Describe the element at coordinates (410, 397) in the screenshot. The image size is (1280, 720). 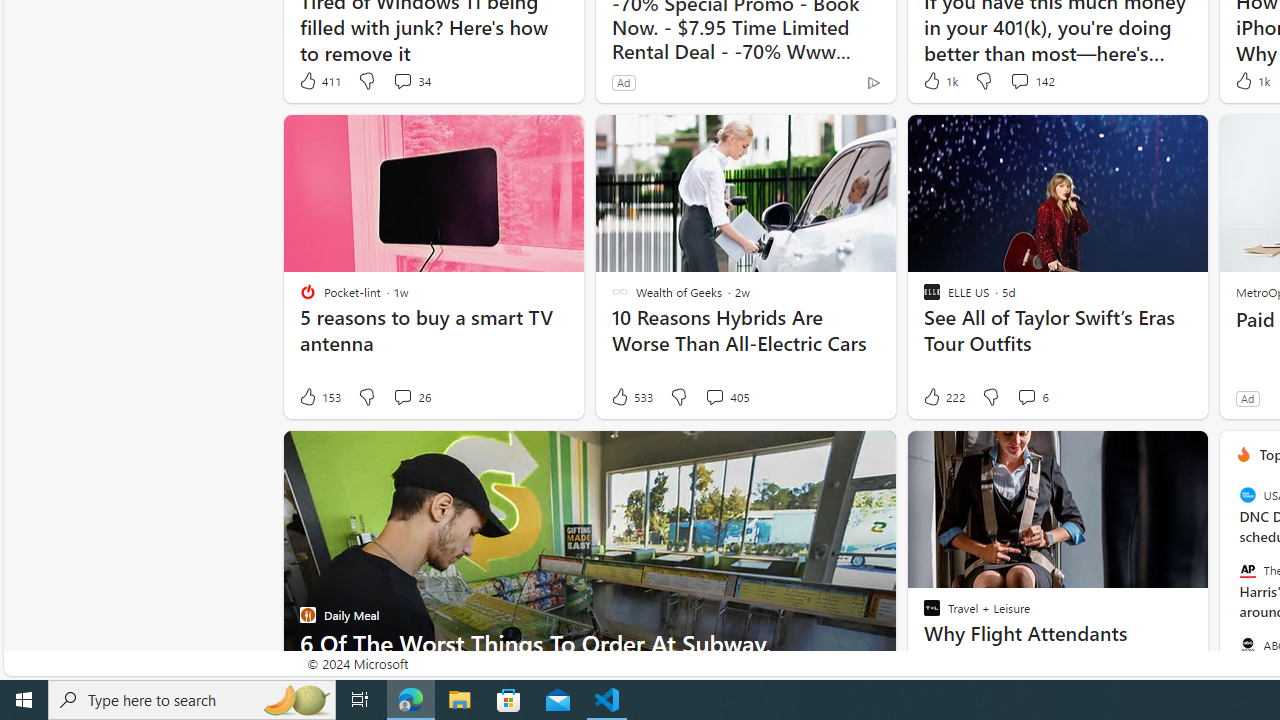
I see `'View comments 26 Comment'` at that location.